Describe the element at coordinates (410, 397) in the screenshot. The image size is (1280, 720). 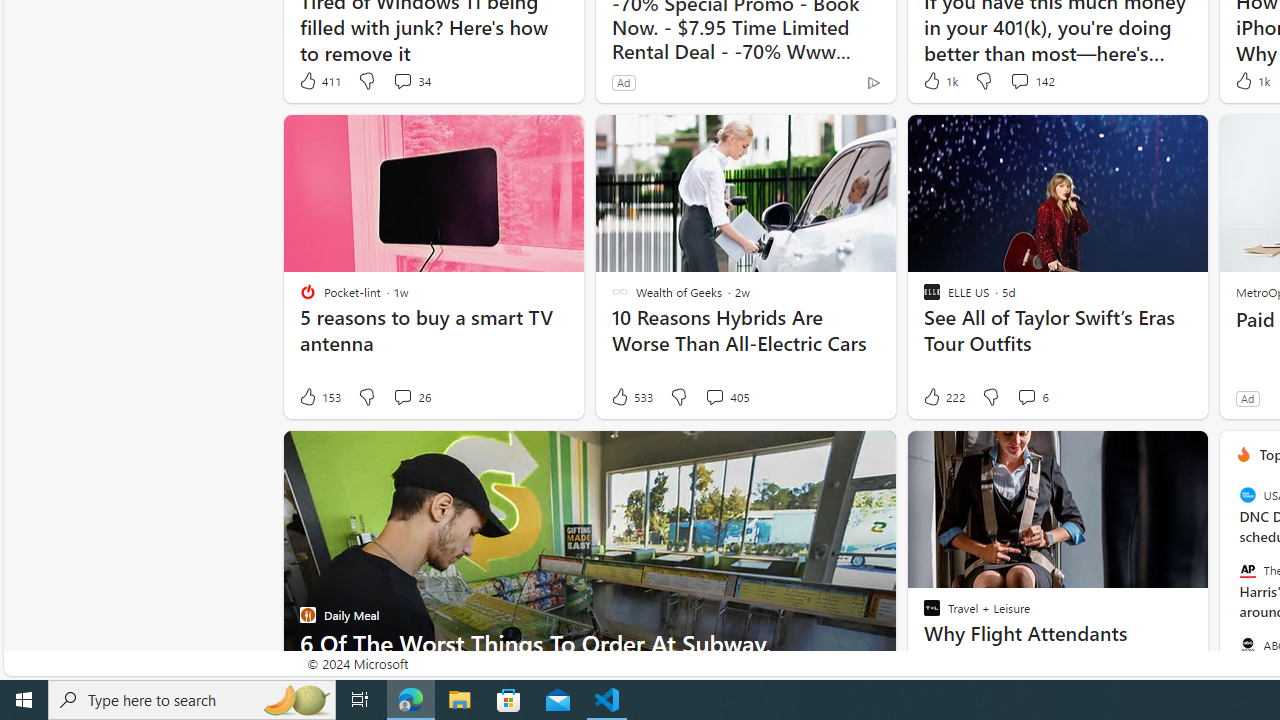
I see `'View comments 26 Comment'` at that location.